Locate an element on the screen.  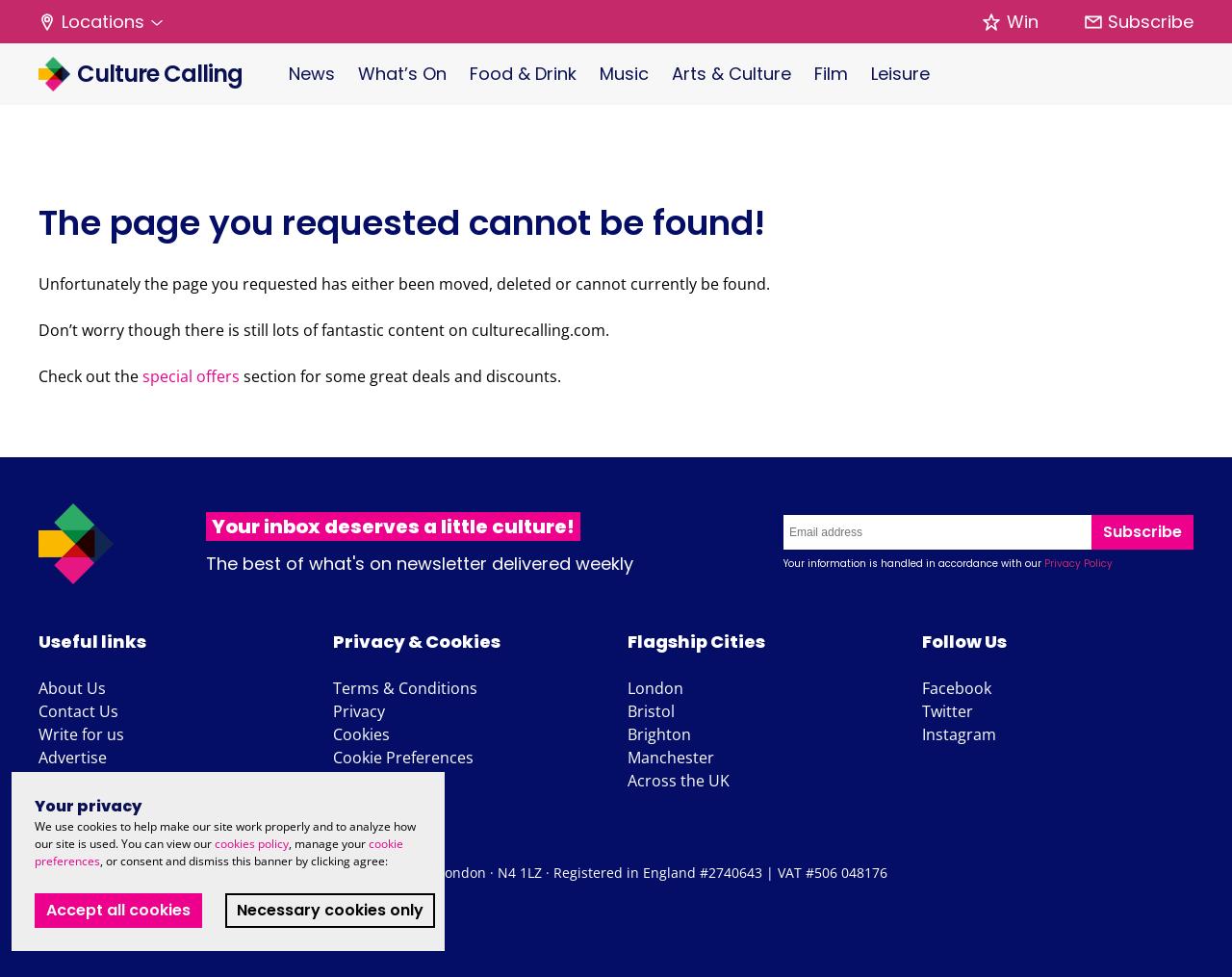
'Cookie Preferences' is located at coordinates (332, 757).